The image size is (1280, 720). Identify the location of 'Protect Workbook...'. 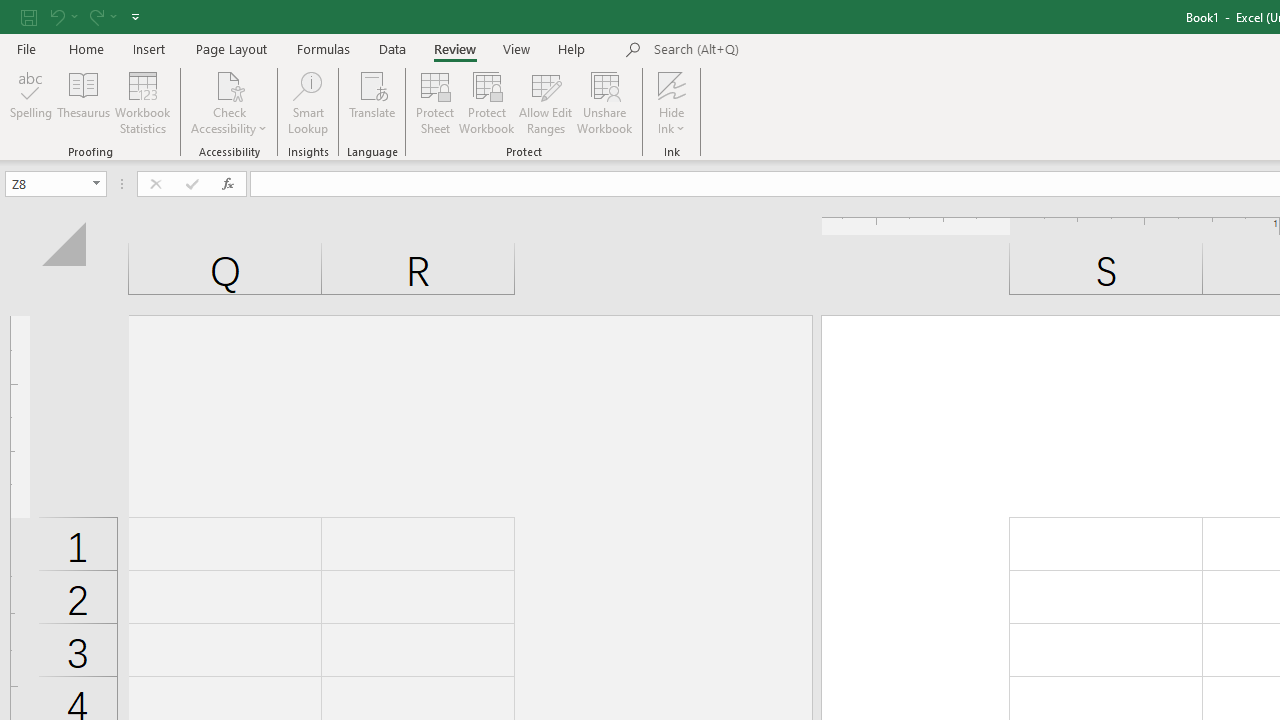
(487, 103).